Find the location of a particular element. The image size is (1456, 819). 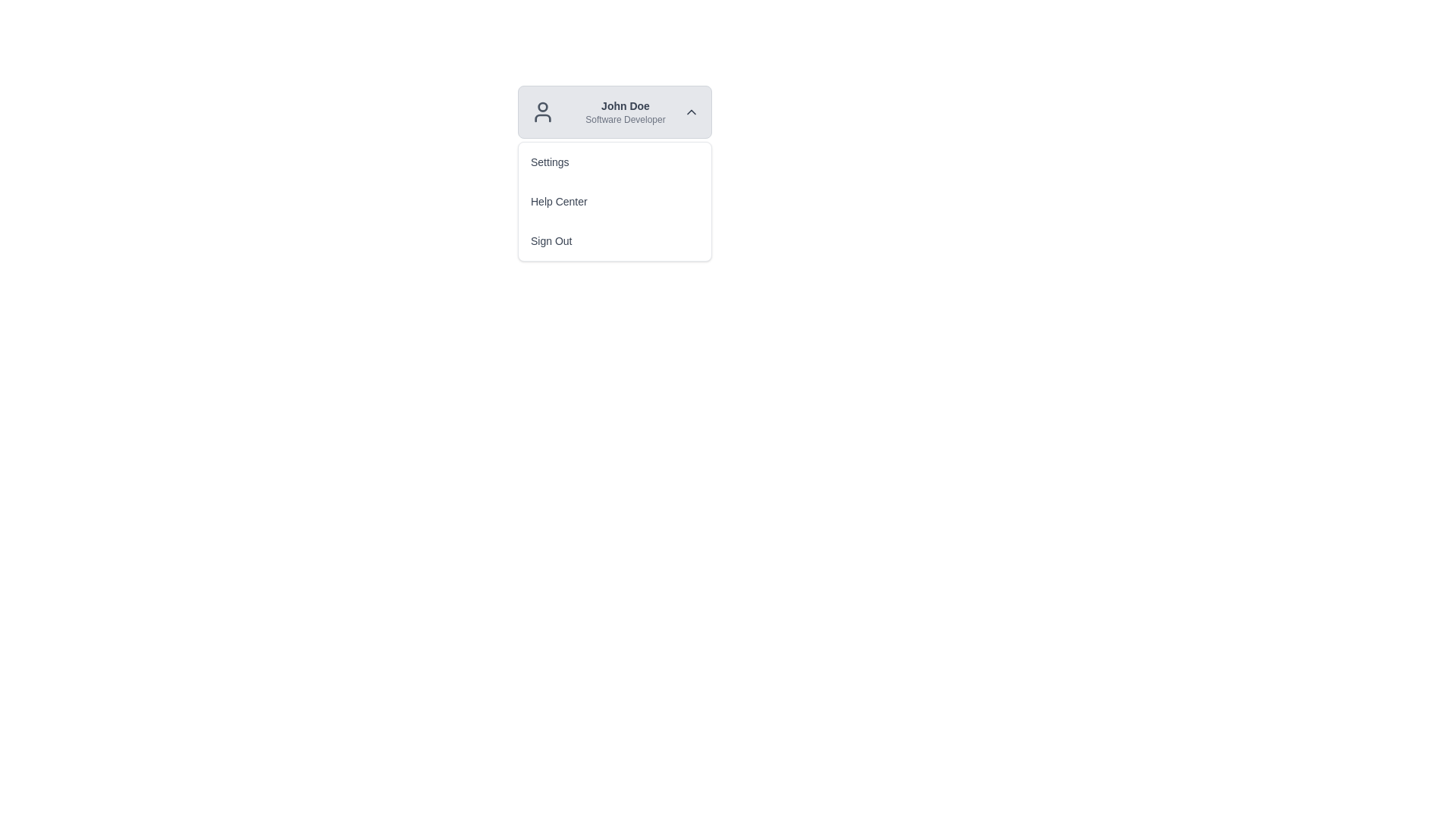

the user profile silhouette icon, which is dark gray against a light gray background and positioned to the left of the text 'John Doe' is located at coordinates (542, 111).